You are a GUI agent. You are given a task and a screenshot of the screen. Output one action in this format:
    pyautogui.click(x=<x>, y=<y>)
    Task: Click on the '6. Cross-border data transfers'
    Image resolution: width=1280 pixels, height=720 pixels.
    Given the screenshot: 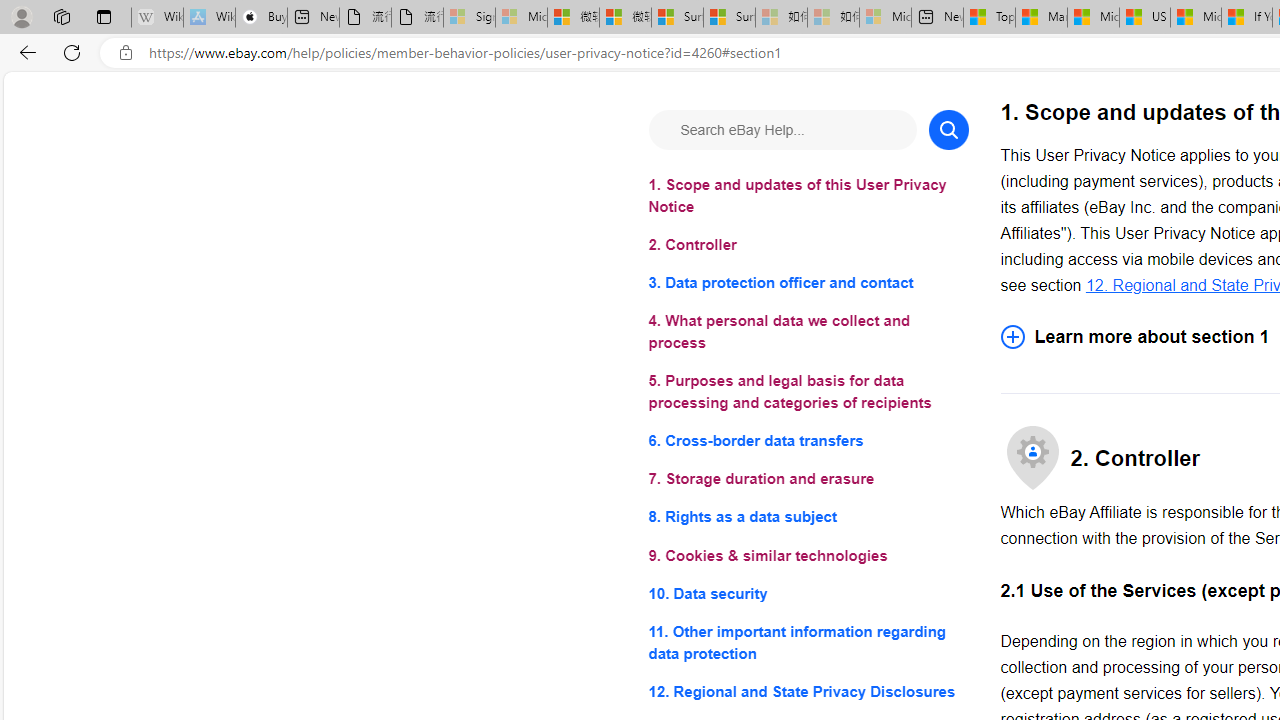 What is the action you would take?
    pyautogui.click(x=808, y=440)
    